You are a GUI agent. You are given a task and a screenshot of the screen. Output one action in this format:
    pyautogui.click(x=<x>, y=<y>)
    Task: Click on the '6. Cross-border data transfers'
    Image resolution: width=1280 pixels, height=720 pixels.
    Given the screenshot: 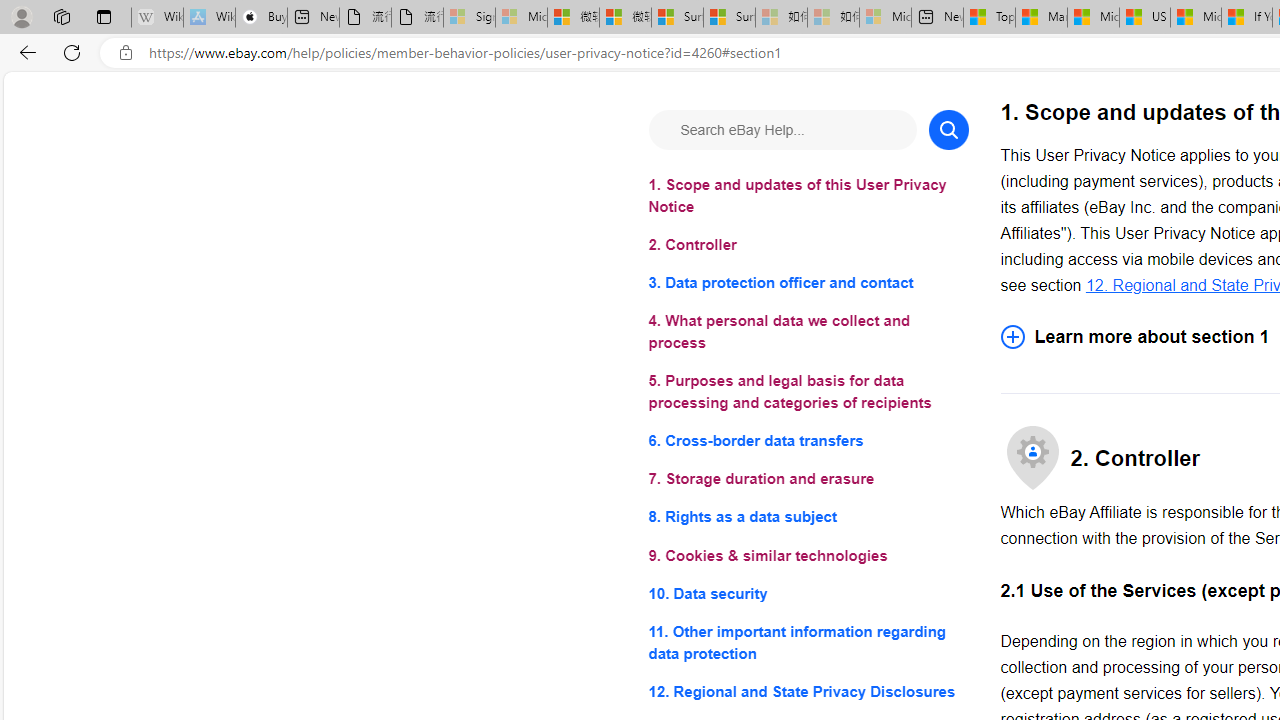 What is the action you would take?
    pyautogui.click(x=808, y=440)
    